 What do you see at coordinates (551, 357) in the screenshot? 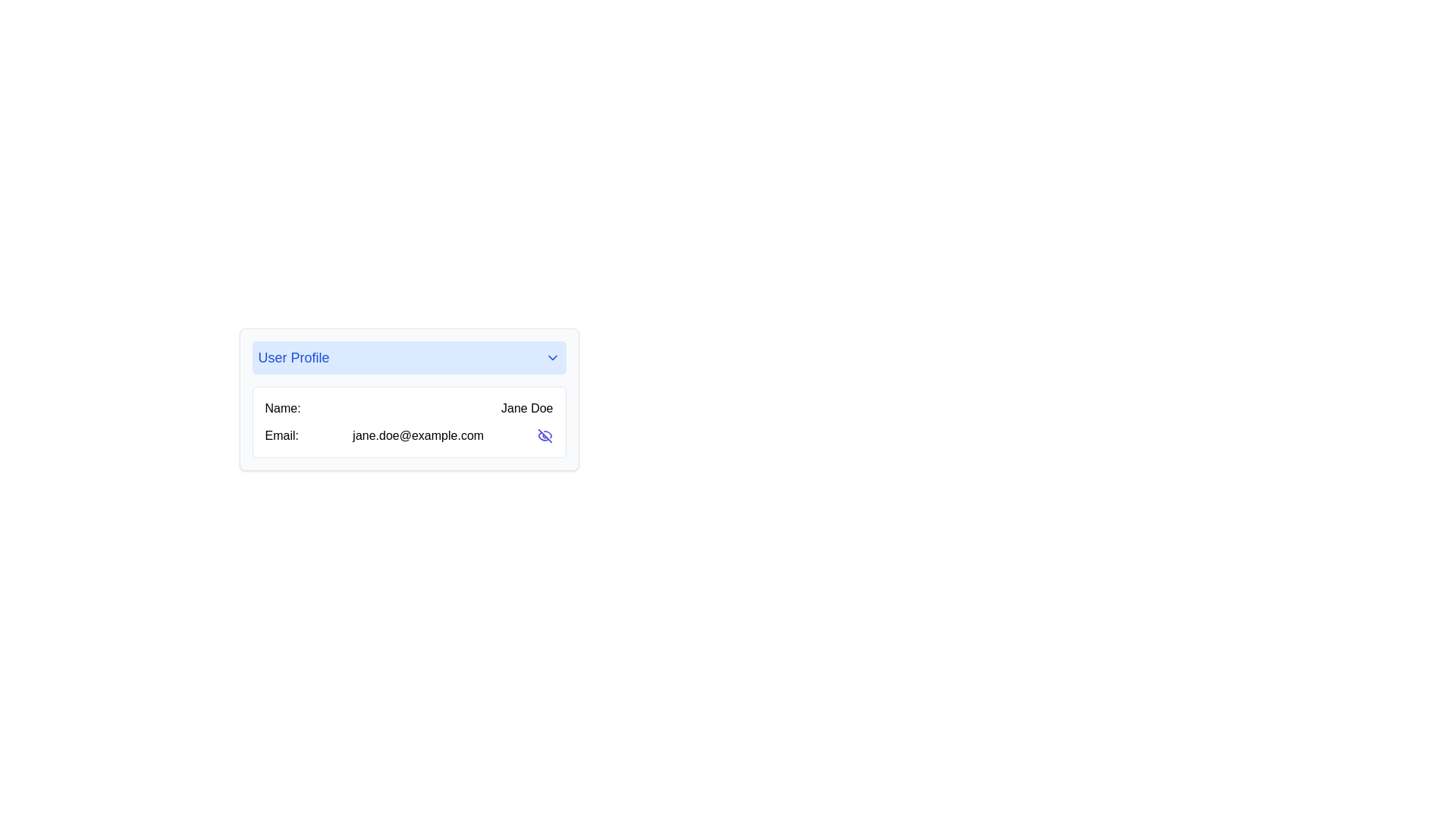
I see `the chevron icon in the top-right corner of the 'User Profile' section` at bounding box center [551, 357].